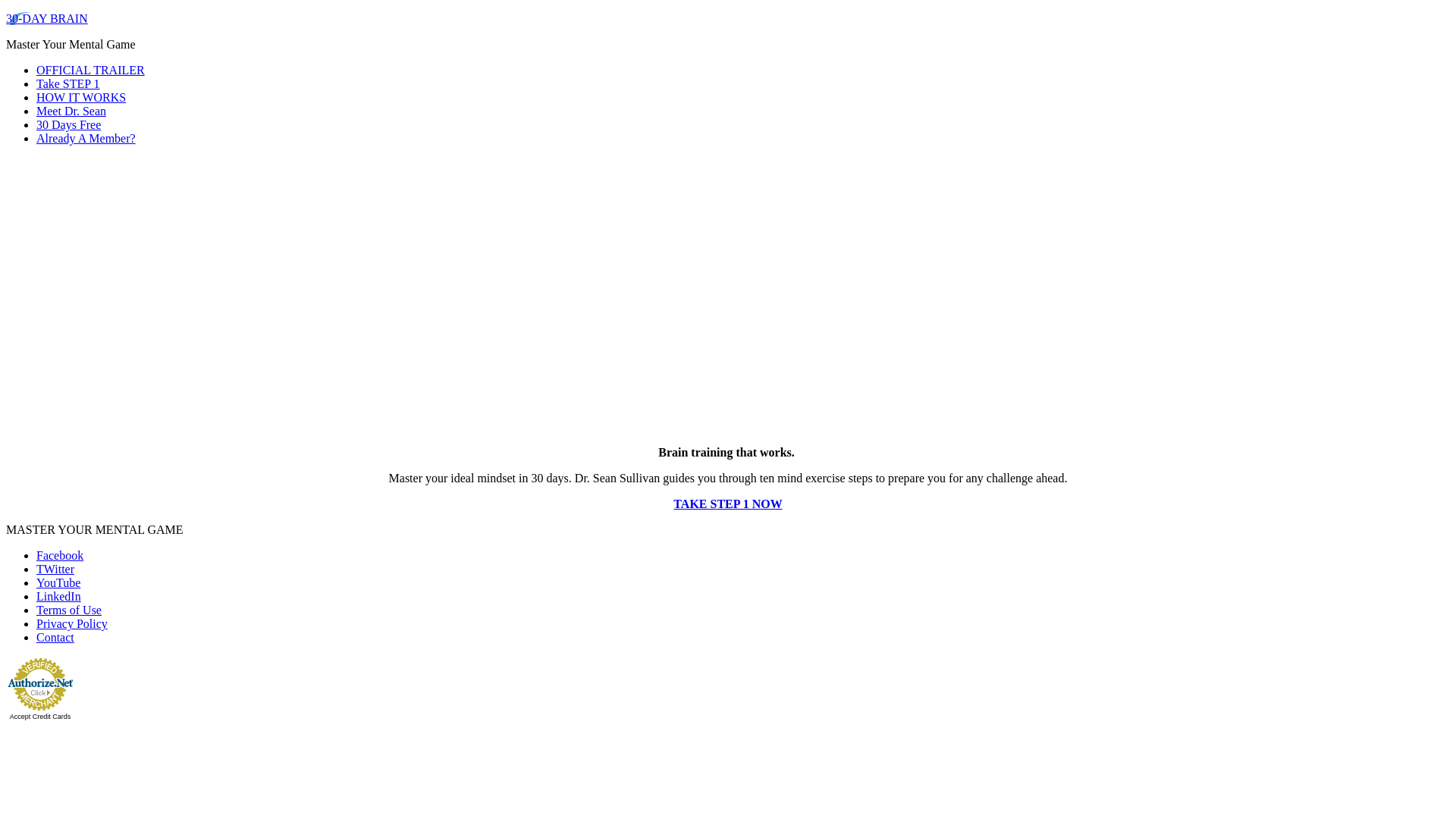 Image resolution: width=1456 pixels, height=819 pixels. What do you see at coordinates (85, 138) in the screenshot?
I see `'Already A Member?'` at bounding box center [85, 138].